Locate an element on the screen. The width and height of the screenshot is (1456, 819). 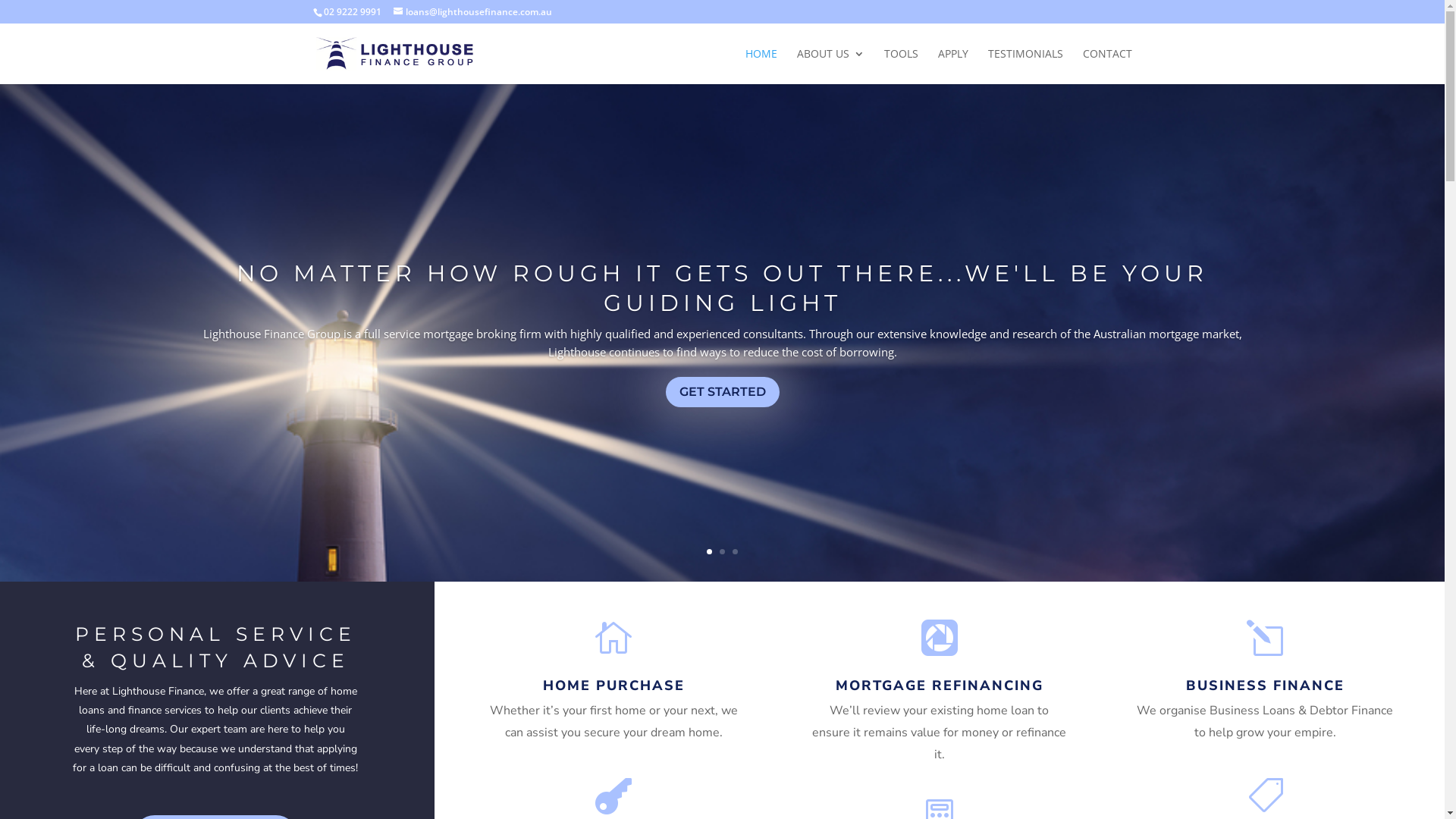
'loans@lighthousefinance.com.au' is located at coordinates (471, 11).